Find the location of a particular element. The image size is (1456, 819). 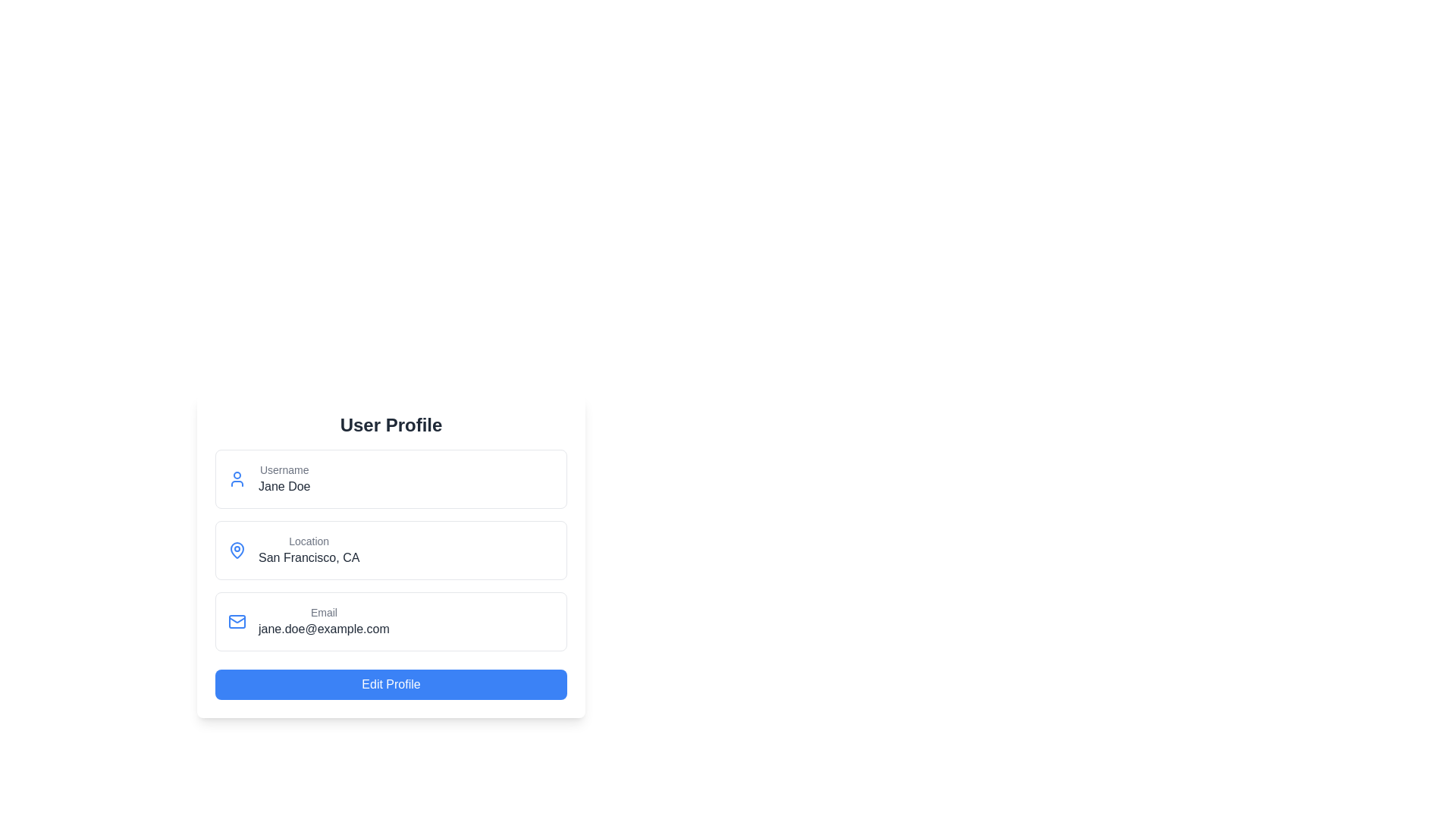

the text block displaying 'San Francisco, CA' located in the user profile layout, which is the second information field below the 'Username: Jane Doe' and above the 'Email: jane.doe@example.com' is located at coordinates (308, 550).